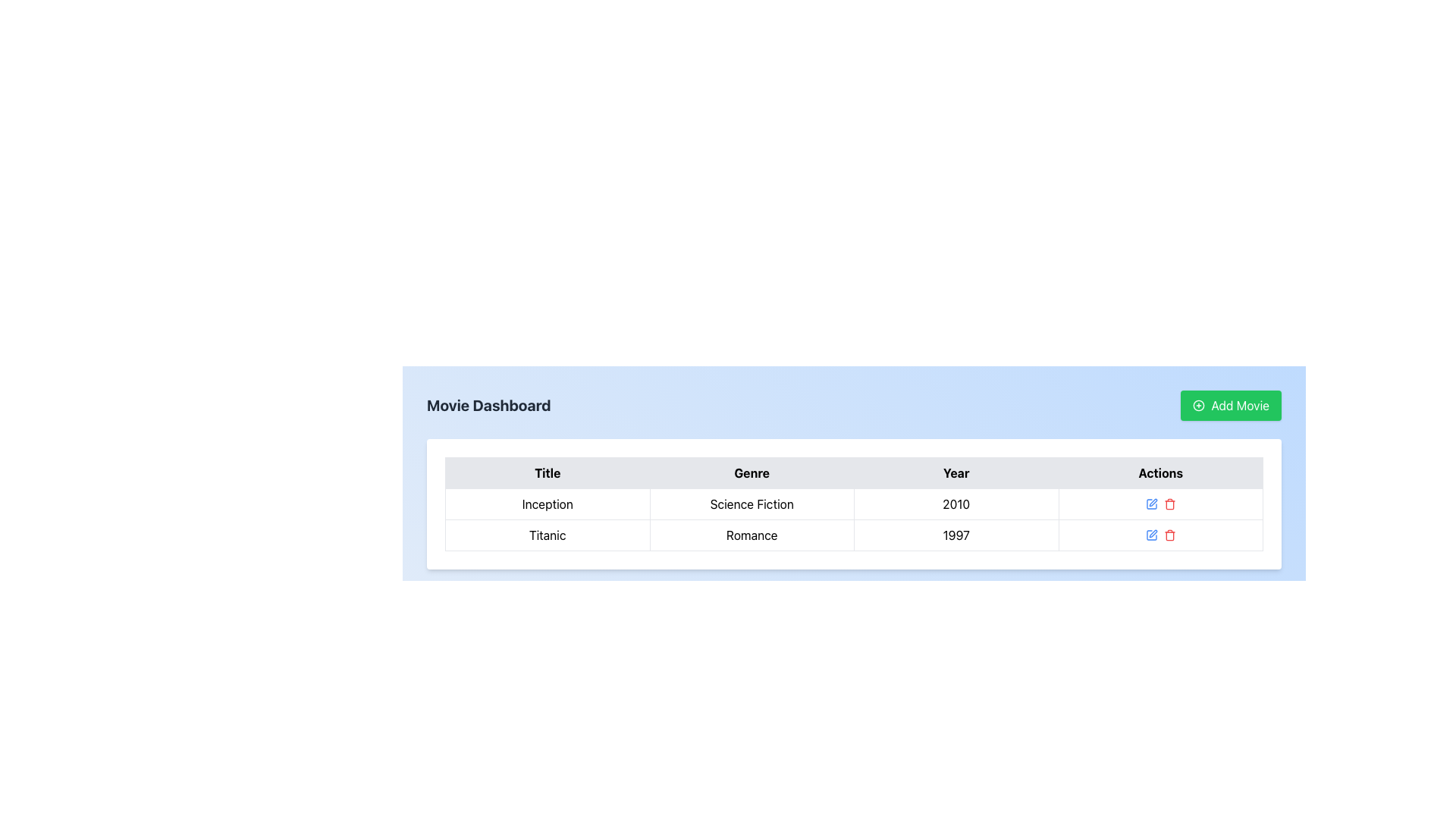  What do you see at coordinates (955, 504) in the screenshot?
I see `the text label displaying the release year of the movie 'Inception' in the data table, which is located in the cell of the 'Year' column, following 'Science Fiction' and preceding 'Actions'` at bounding box center [955, 504].